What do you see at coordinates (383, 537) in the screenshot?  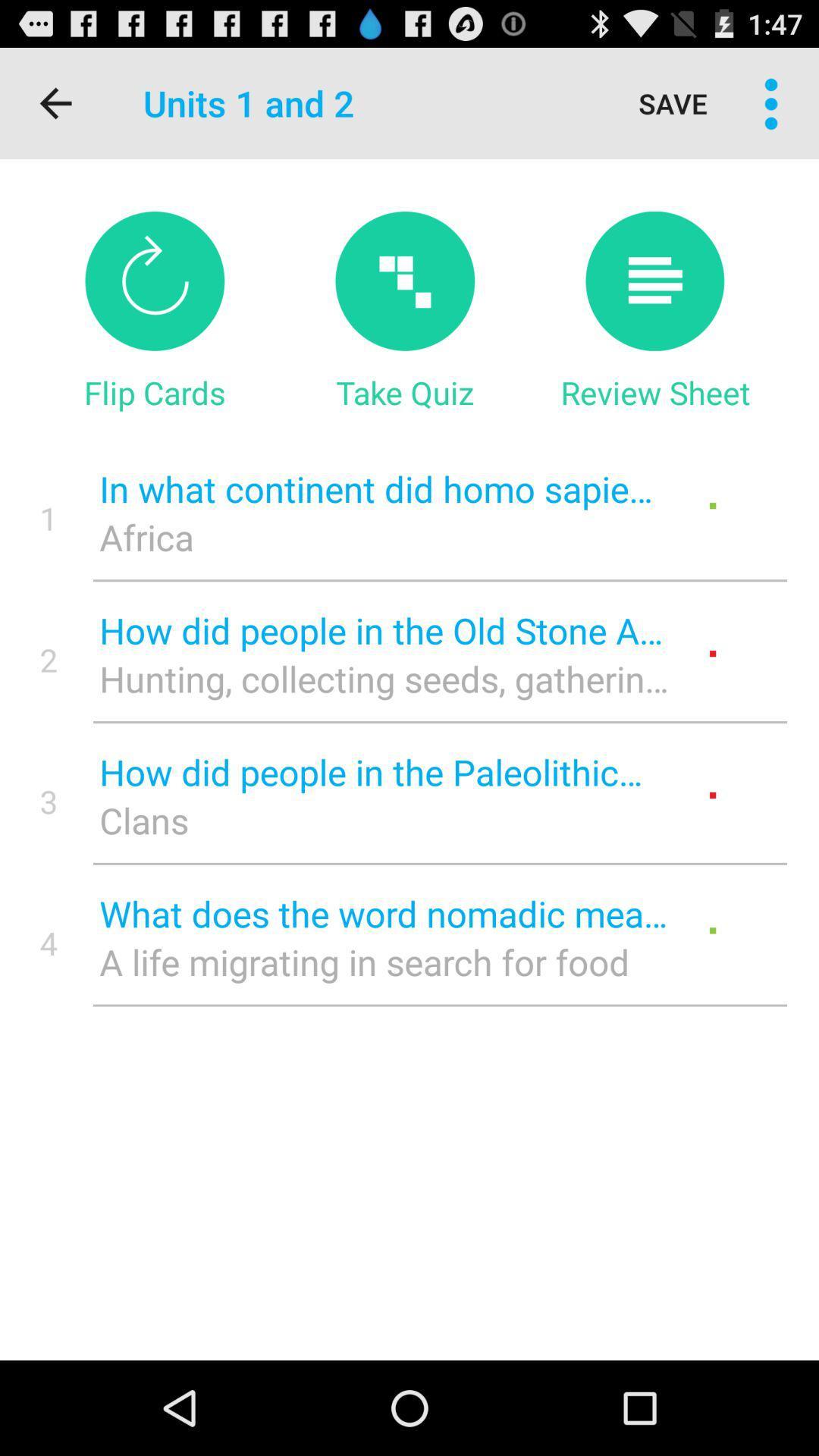 I see `the item to the right of 1` at bounding box center [383, 537].